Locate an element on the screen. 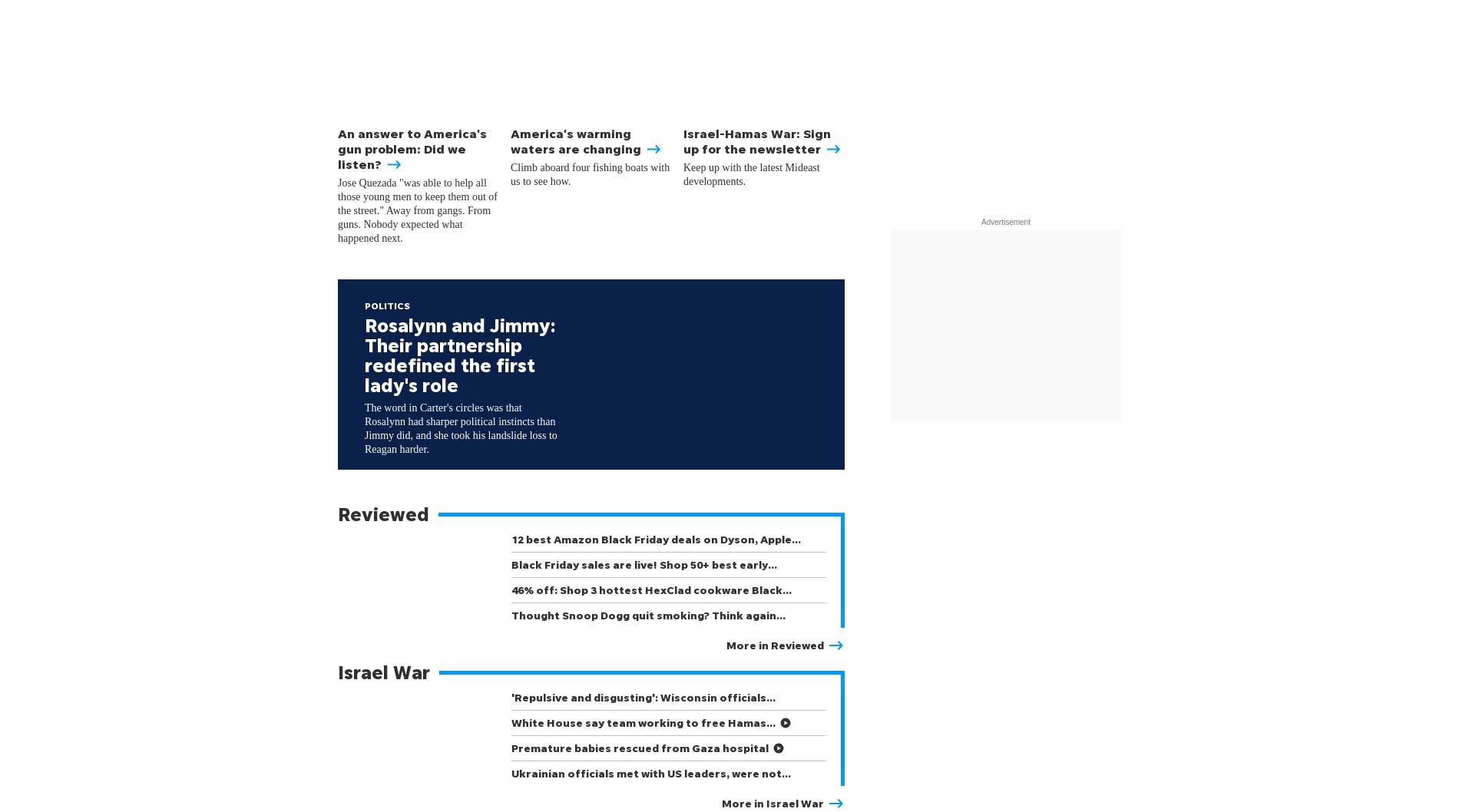 Image resolution: width=1459 pixels, height=812 pixels. 'More in Reviewed' is located at coordinates (726, 644).